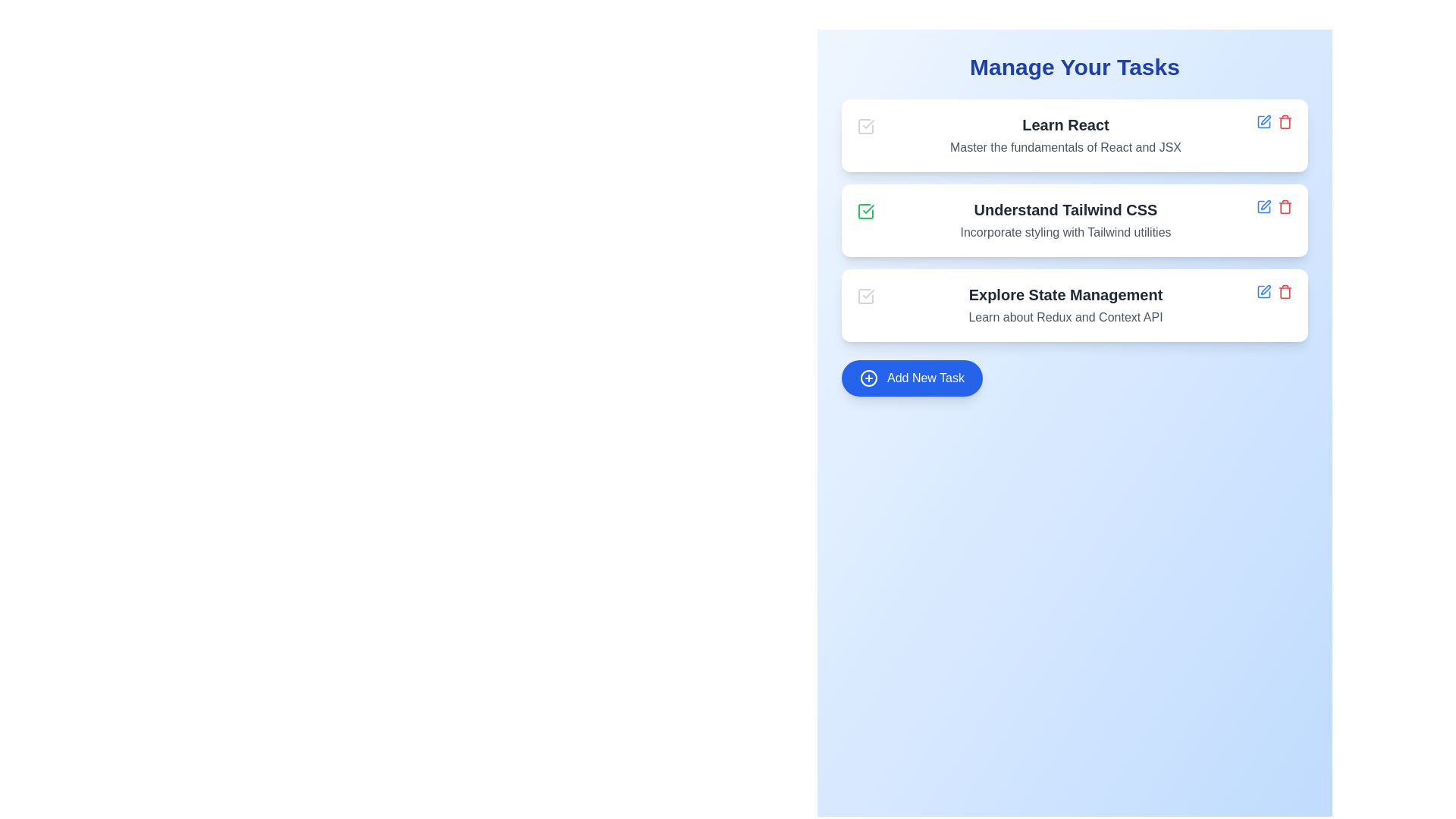 The height and width of the screenshot is (819, 1456). What do you see at coordinates (869, 377) in the screenshot?
I see `the 'Add New Task' icon located to the left of the 'Add New Task' button at the bottom of the right pane` at bounding box center [869, 377].